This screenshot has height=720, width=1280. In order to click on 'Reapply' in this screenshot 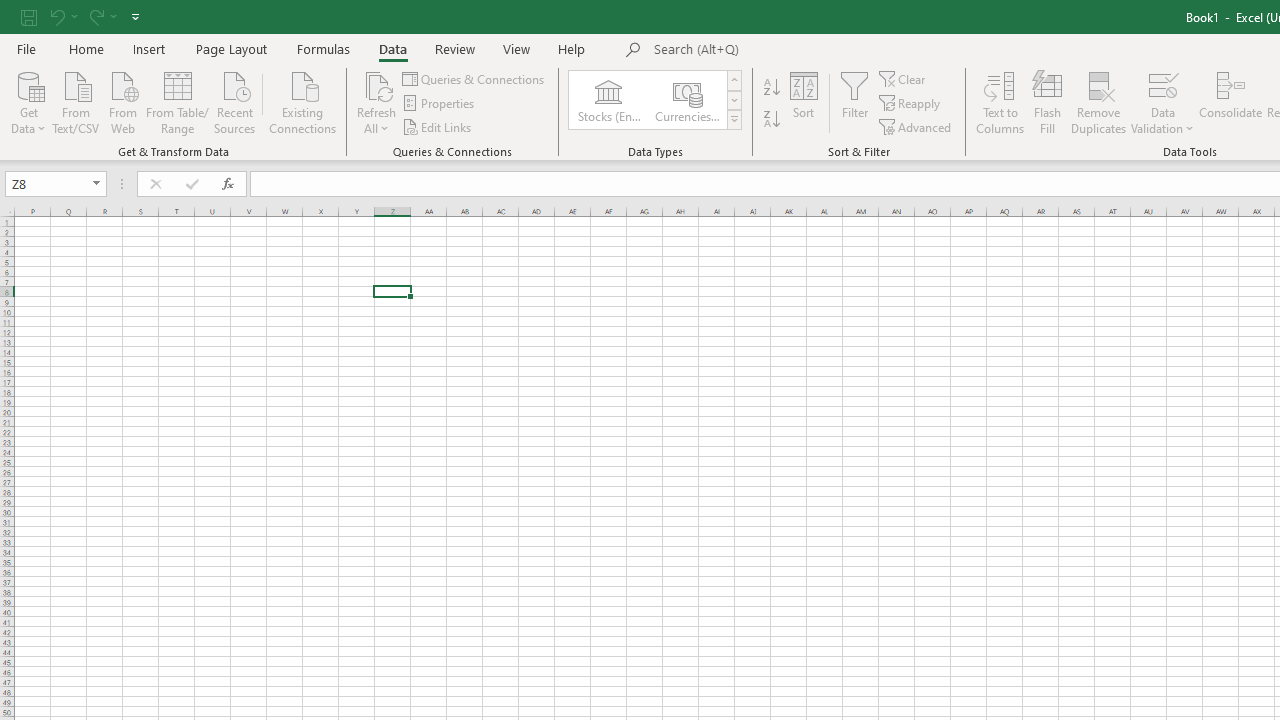, I will do `click(910, 103)`.